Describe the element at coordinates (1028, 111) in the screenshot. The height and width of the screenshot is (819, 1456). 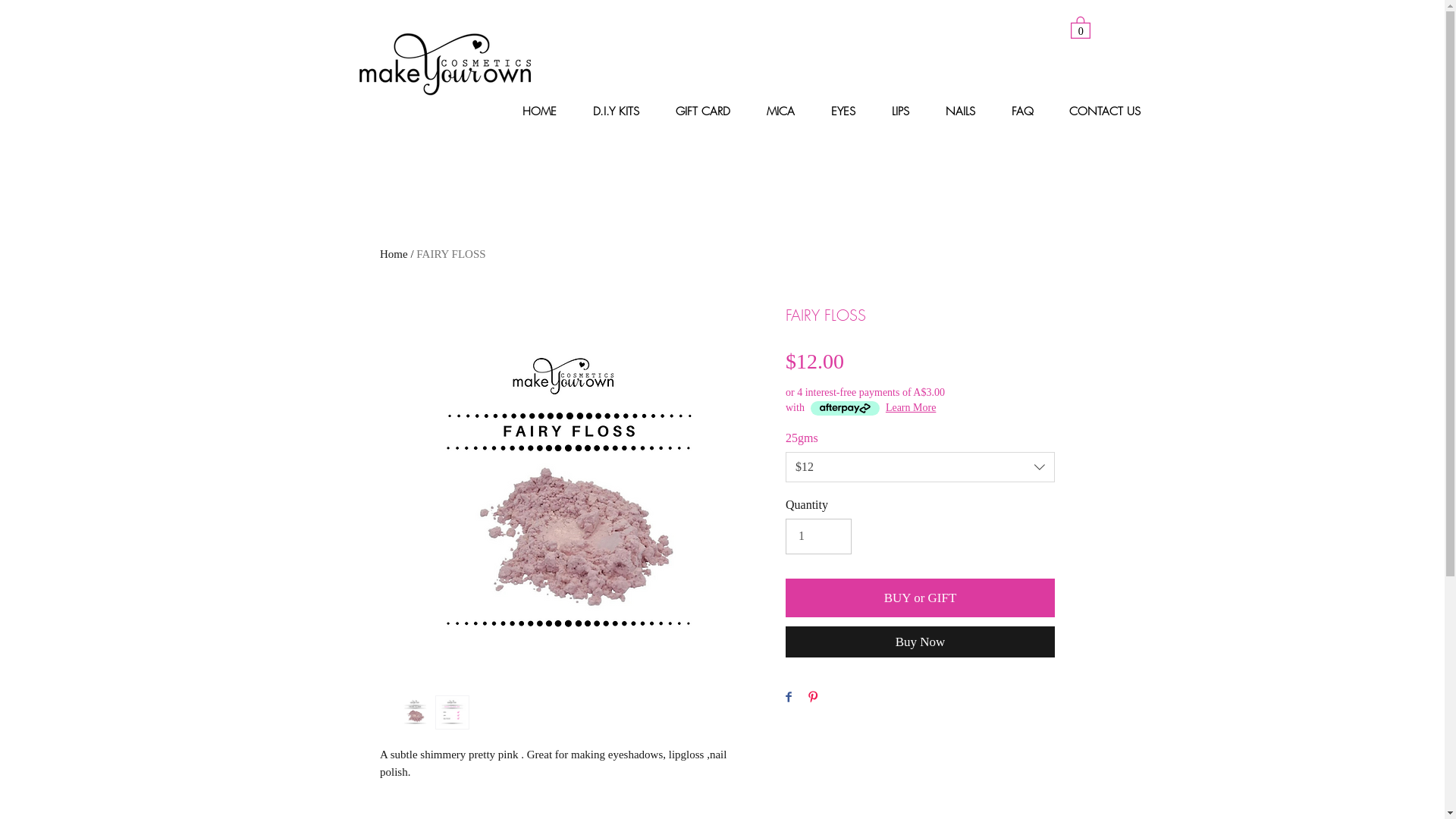
I see `'FAQ'` at that location.